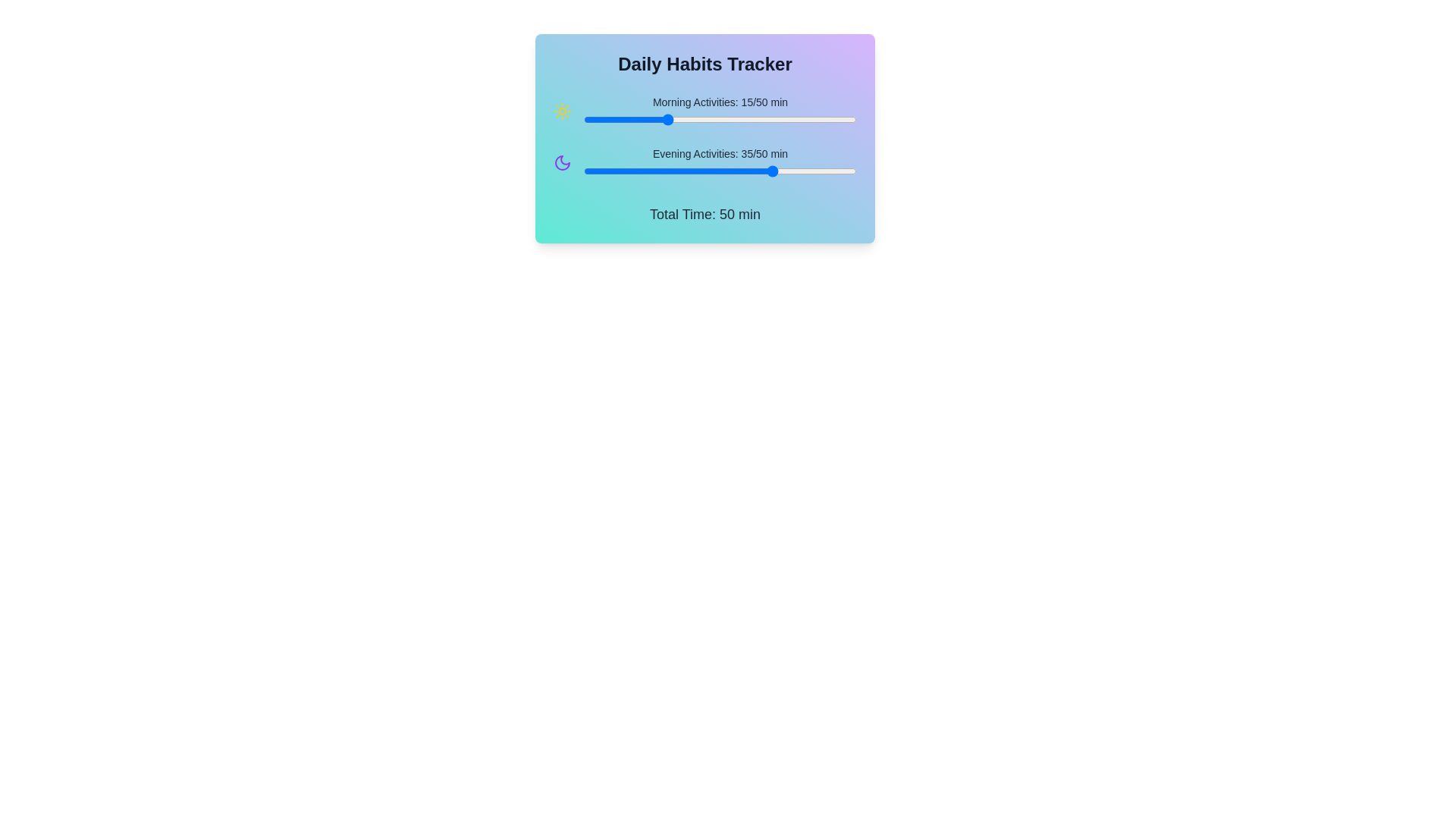 This screenshot has width=1456, height=819. I want to click on the evening activity time, so click(660, 171).